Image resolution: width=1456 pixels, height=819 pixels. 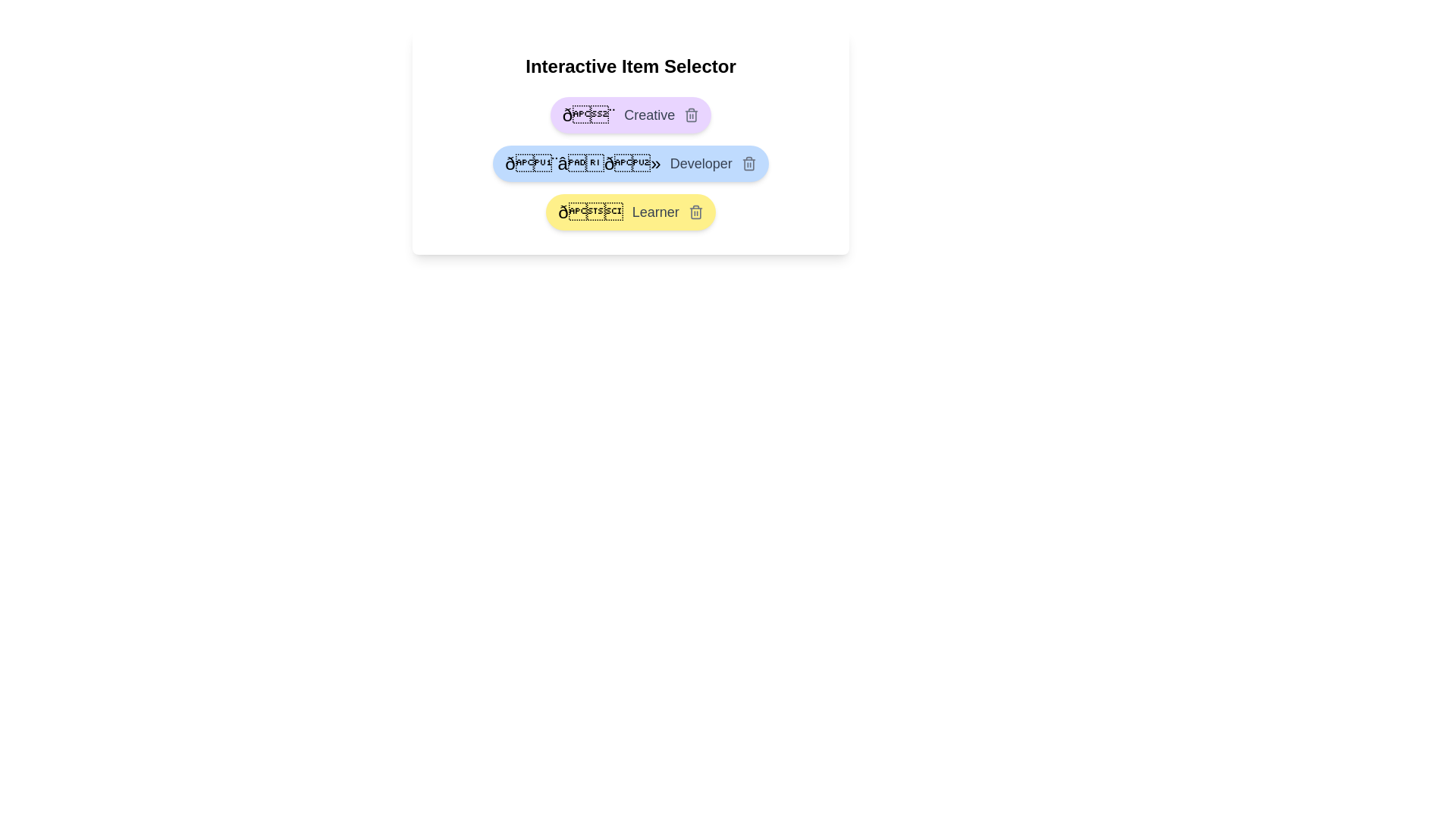 What do you see at coordinates (630, 164) in the screenshot?
I see `the item labeled Developer to inspect its appearance` at bounding box center [630, 164].